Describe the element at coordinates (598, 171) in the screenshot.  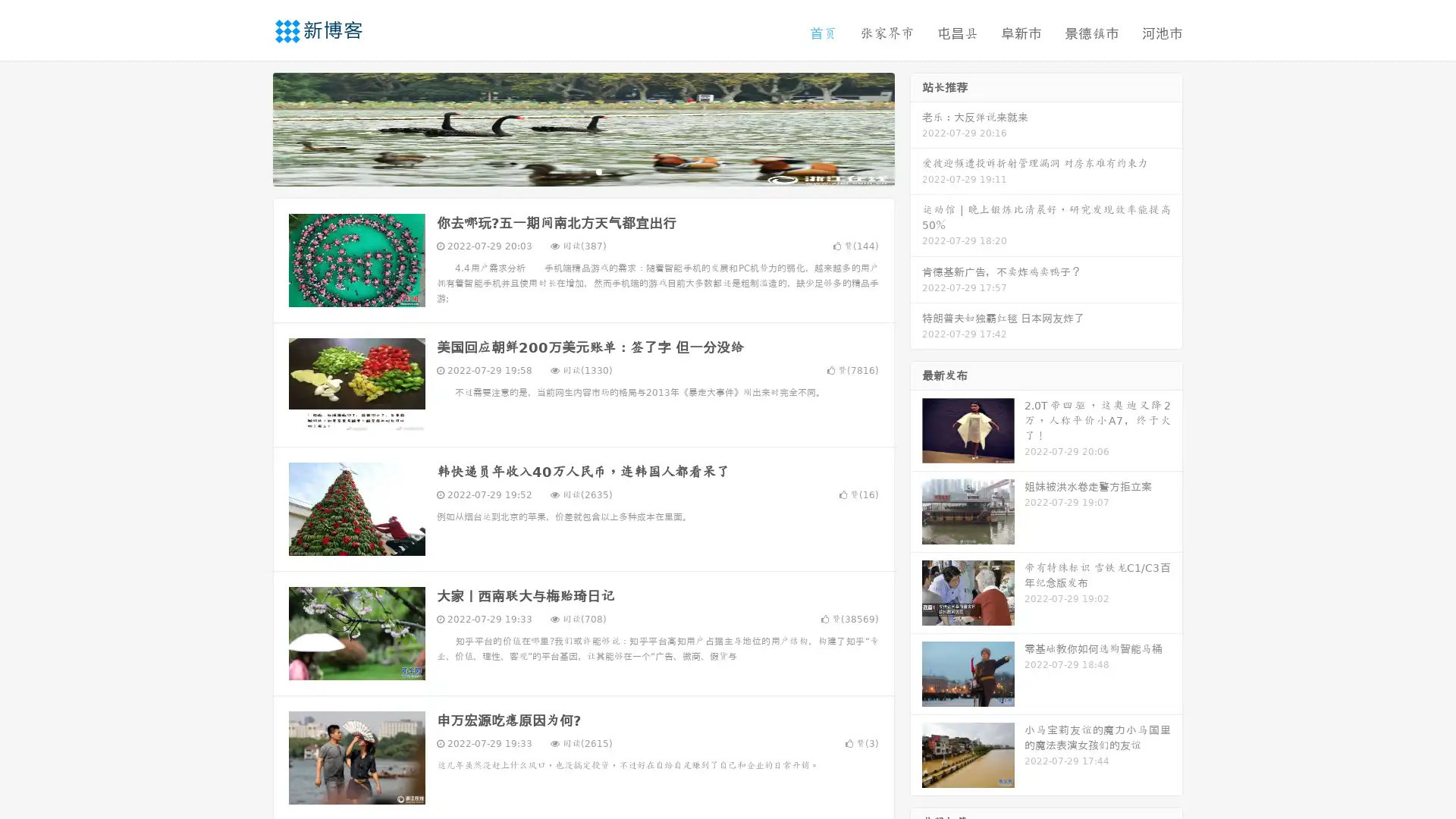
I see `Go to slide 3` at that location.